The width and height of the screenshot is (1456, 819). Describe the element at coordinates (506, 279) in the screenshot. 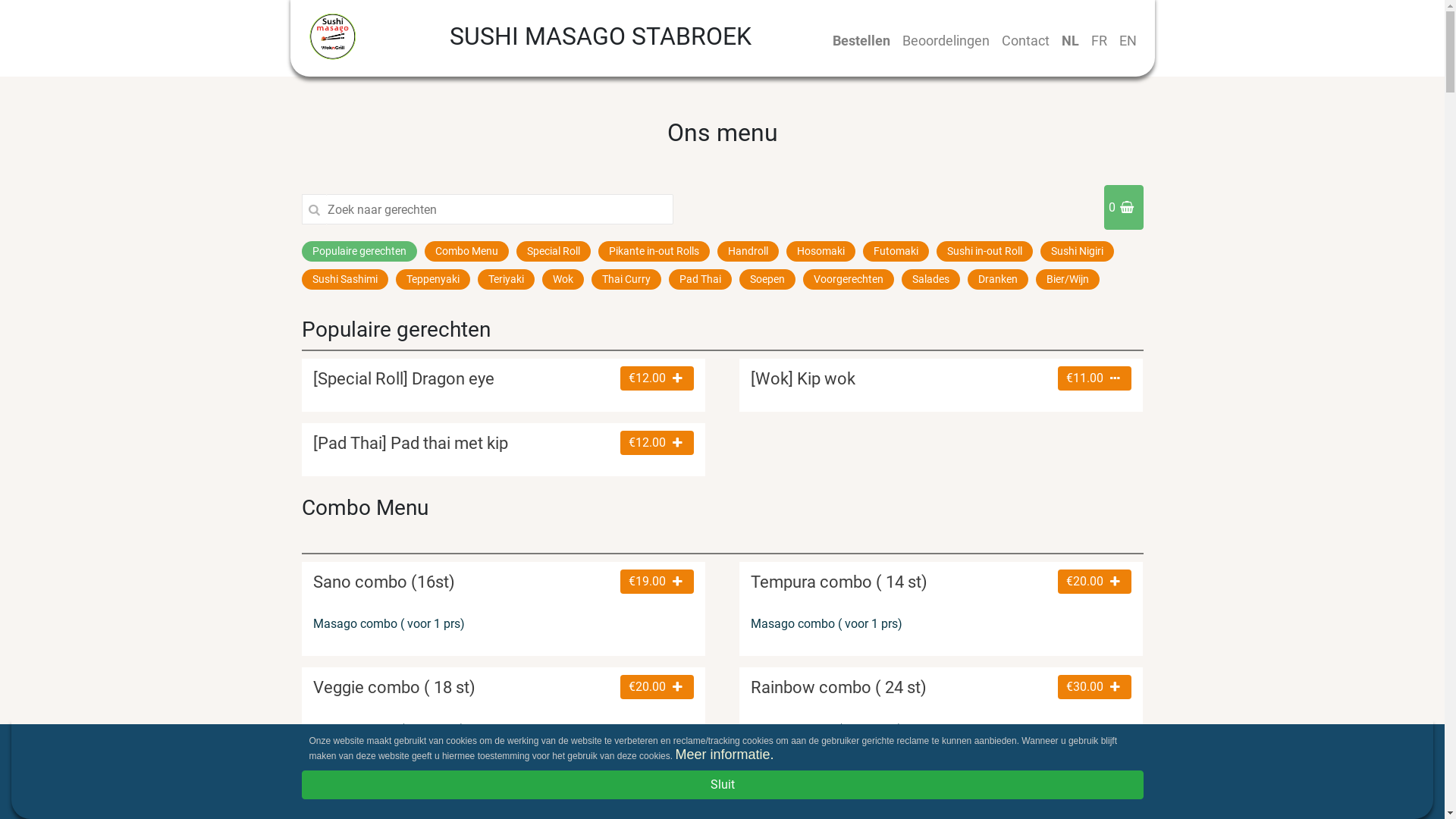

I see `'Teriyaki'` at that location.